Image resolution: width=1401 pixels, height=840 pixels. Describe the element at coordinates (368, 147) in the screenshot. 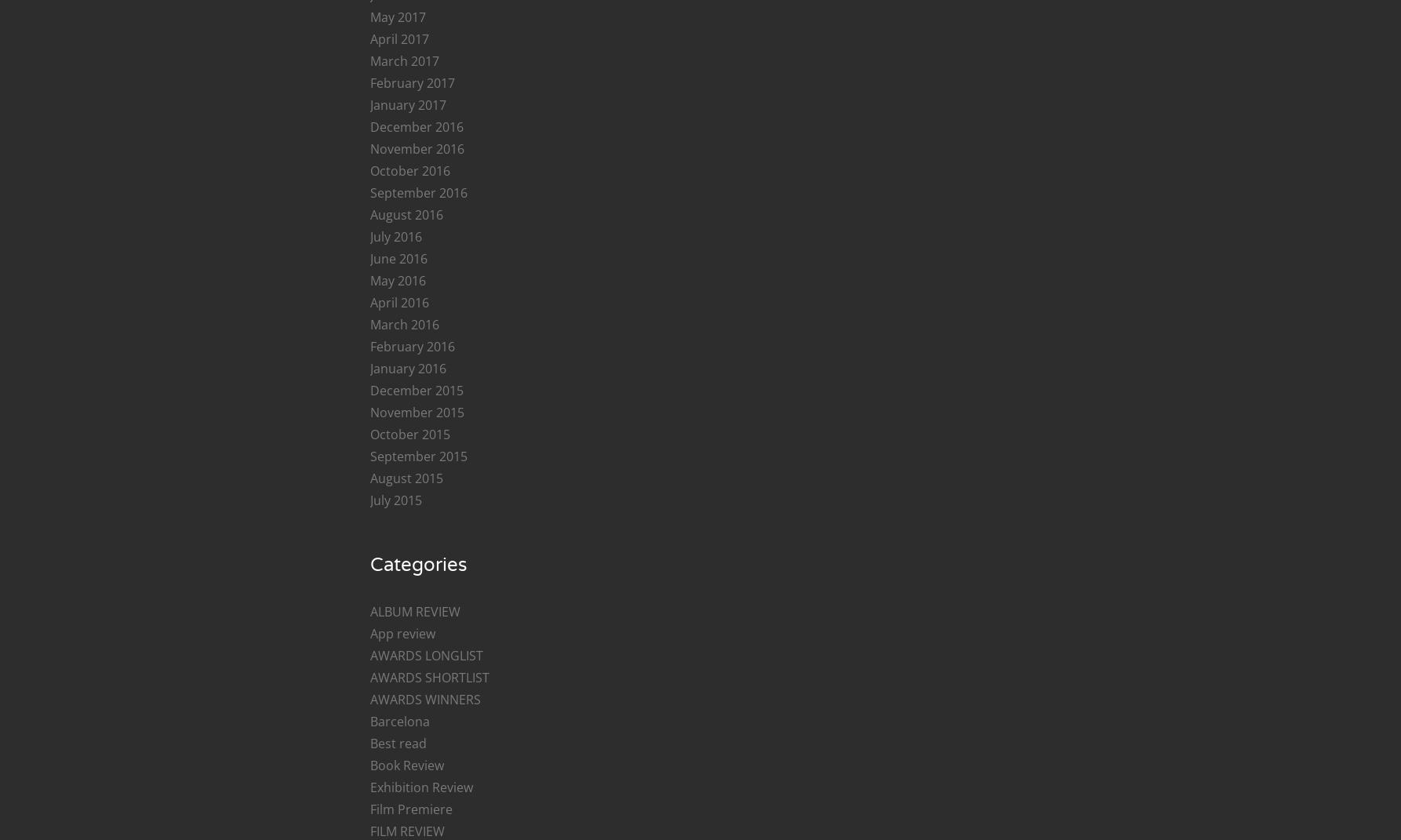

I see `'November 2016'` at that location.